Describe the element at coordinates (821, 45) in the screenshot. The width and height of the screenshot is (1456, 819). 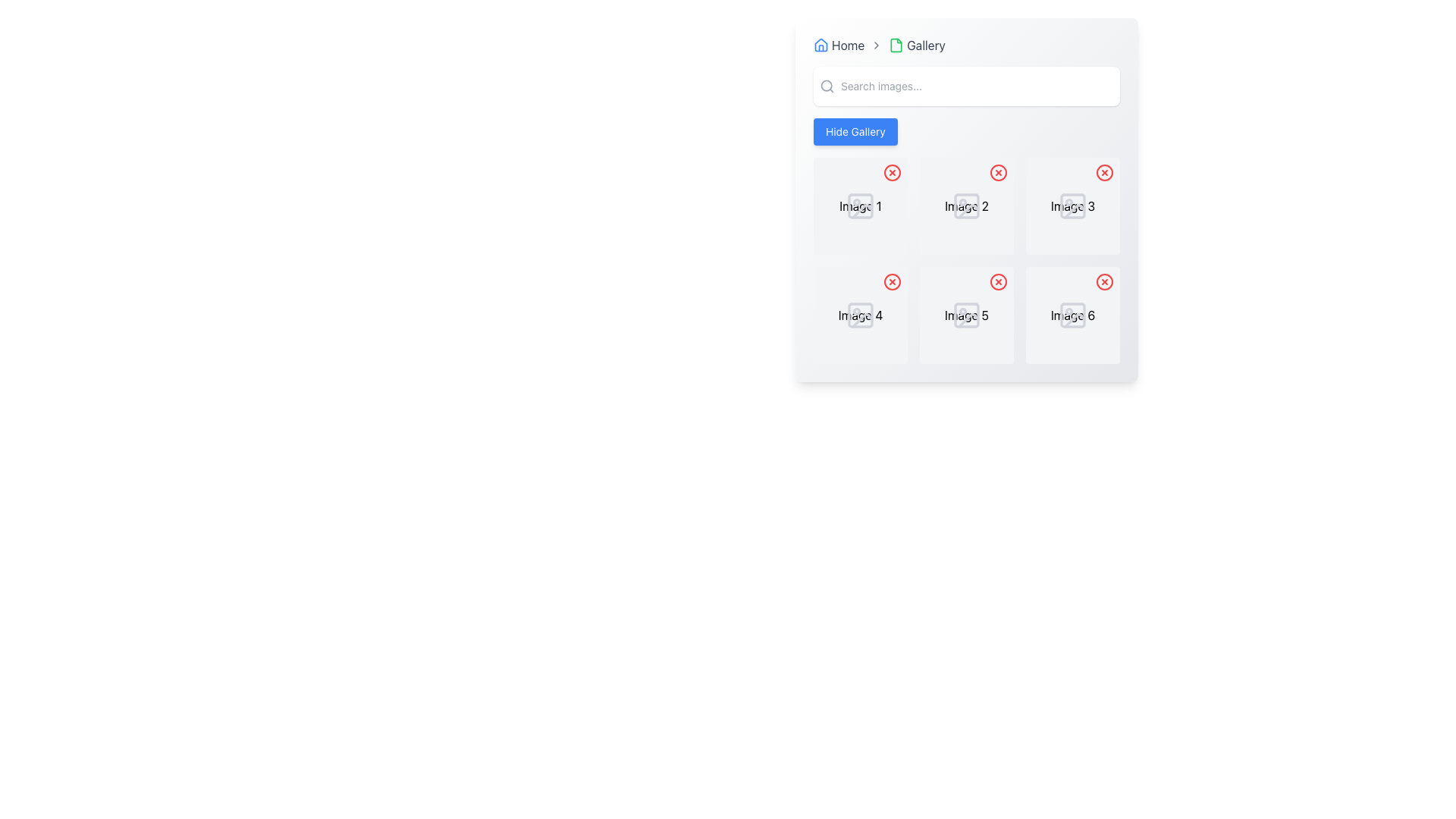
I see `the home icon button located at the far left of the breadcrumb navigation component` at that location.